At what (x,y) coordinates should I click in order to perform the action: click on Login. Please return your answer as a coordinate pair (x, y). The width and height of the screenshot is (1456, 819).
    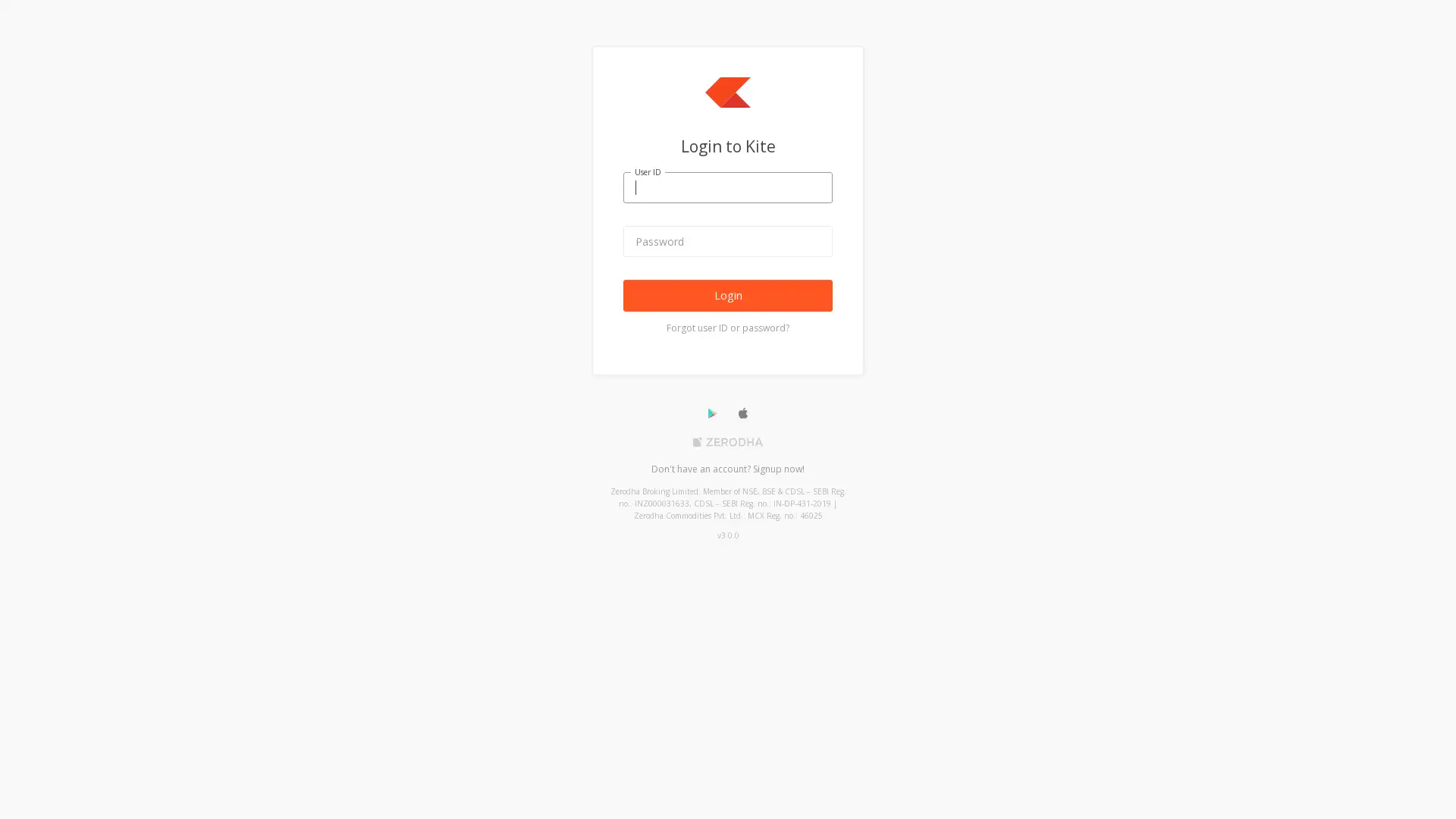
    Looking at the image, I should click on (728, 295).